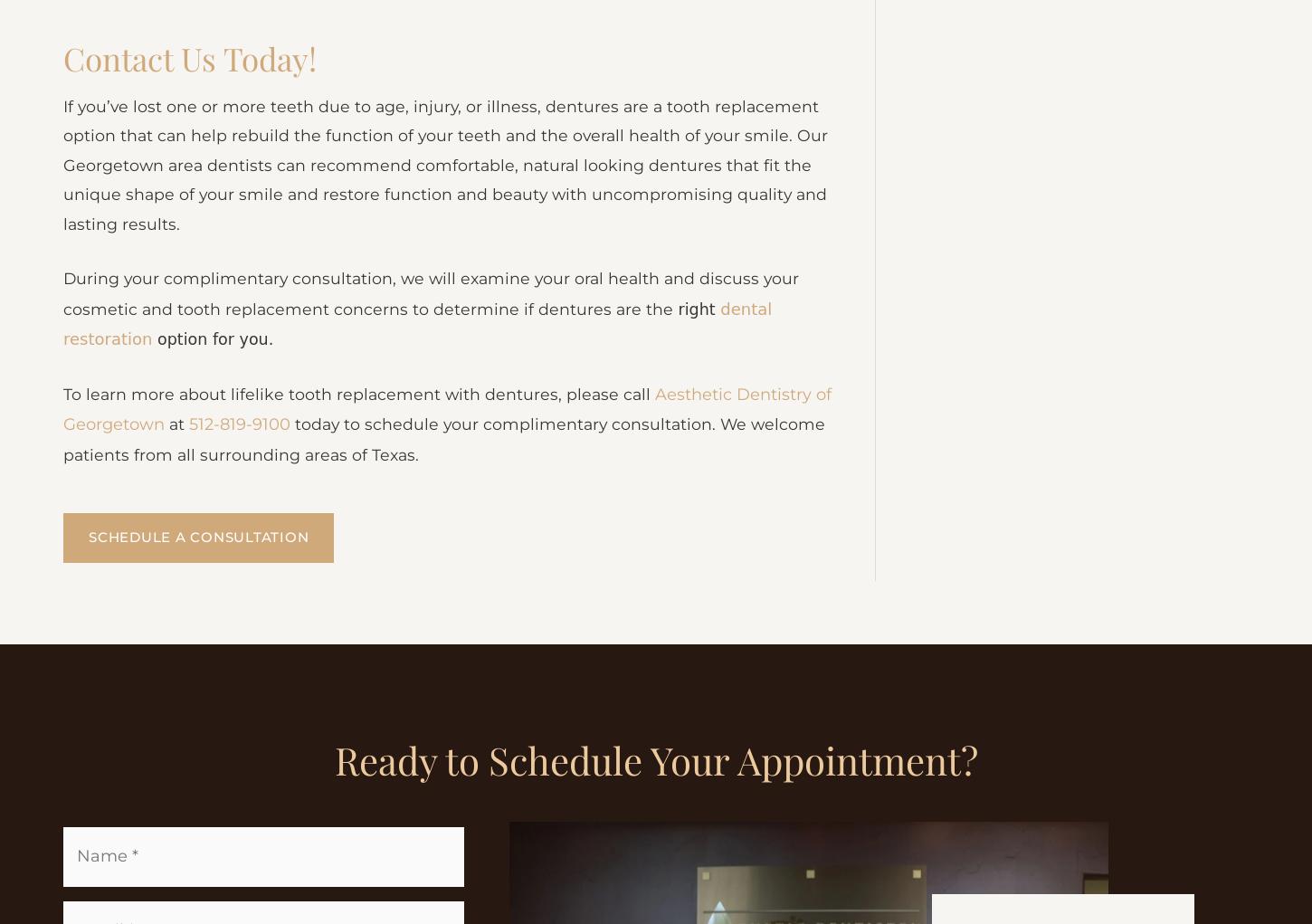 The width and height of the screenshot is (1312, 924). Describe the element at coordinates (240, 552) in the screenshot. I see `'512-819-9100'` at that location.